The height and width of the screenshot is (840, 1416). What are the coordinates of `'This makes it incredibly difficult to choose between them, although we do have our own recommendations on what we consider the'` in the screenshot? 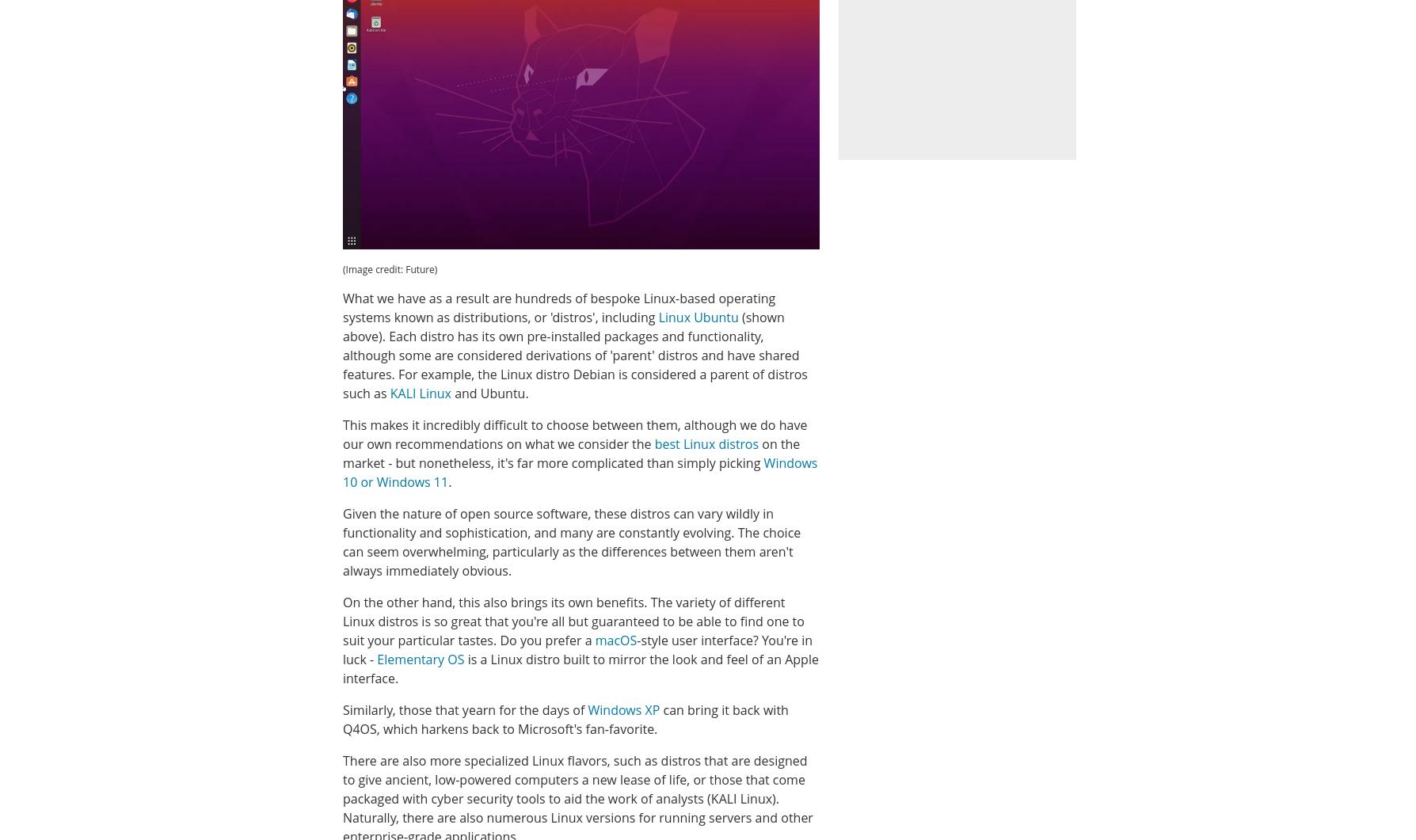 It's located at (342, 433).